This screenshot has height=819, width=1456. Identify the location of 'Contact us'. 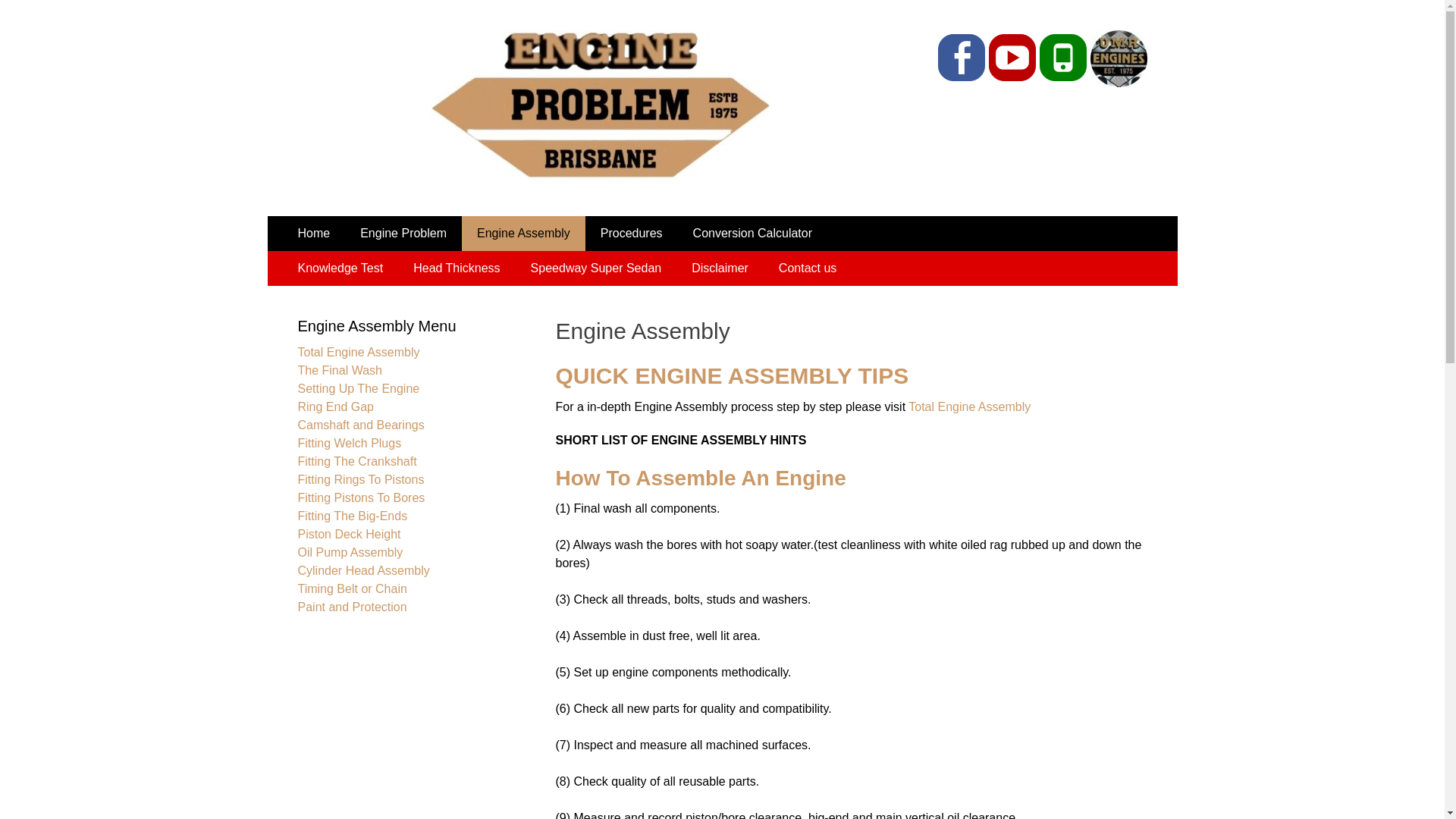
(807, 268).